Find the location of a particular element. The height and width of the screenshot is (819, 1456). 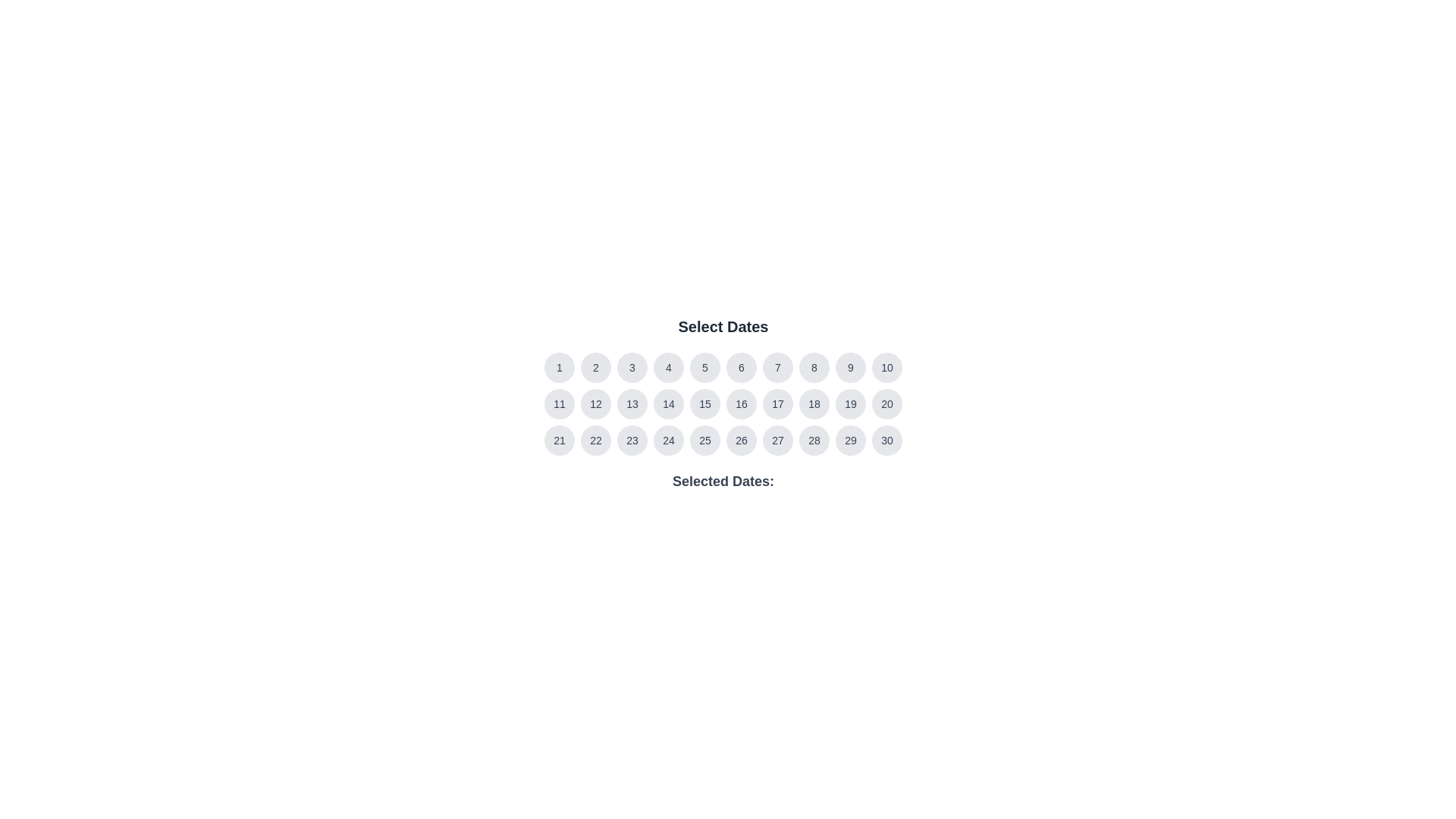

the circular button labeled '30' at the bottom-right corner of the date grid is located at coordinates (887, 441).